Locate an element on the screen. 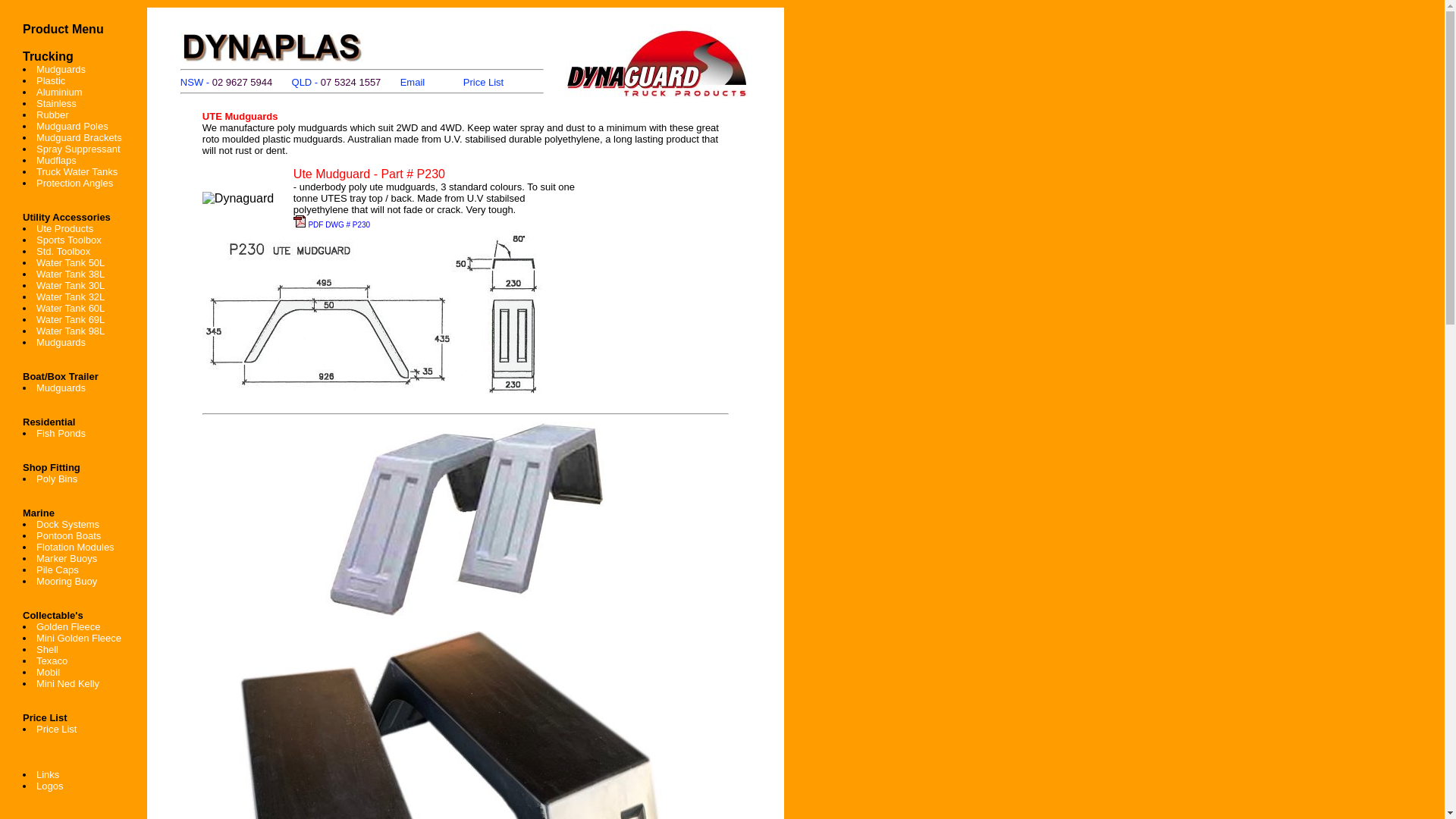 This screenshot has height=819, width=1456. 'Plastic' is located at coordinates (51, 80).